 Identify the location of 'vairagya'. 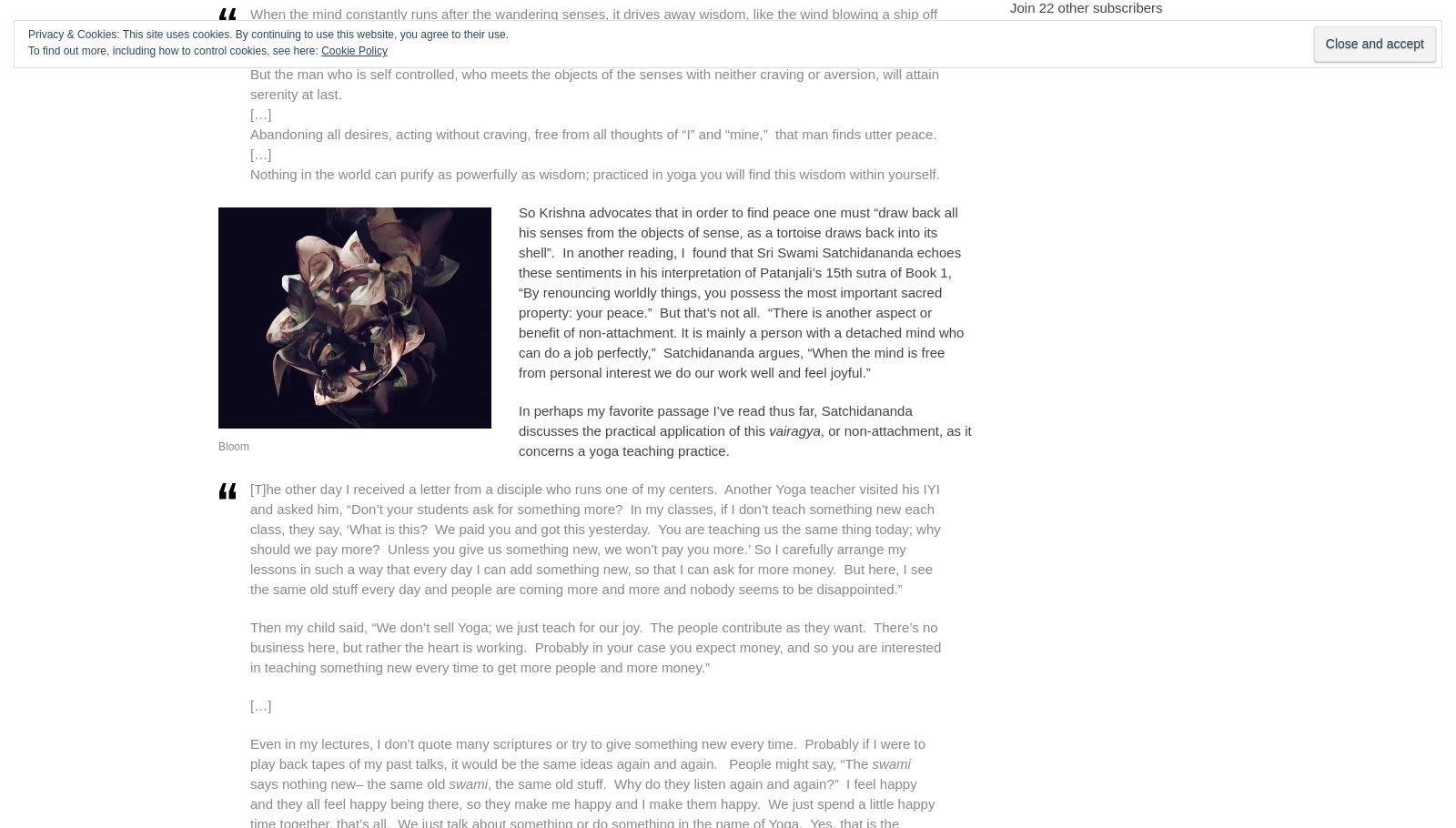
(767, 429).